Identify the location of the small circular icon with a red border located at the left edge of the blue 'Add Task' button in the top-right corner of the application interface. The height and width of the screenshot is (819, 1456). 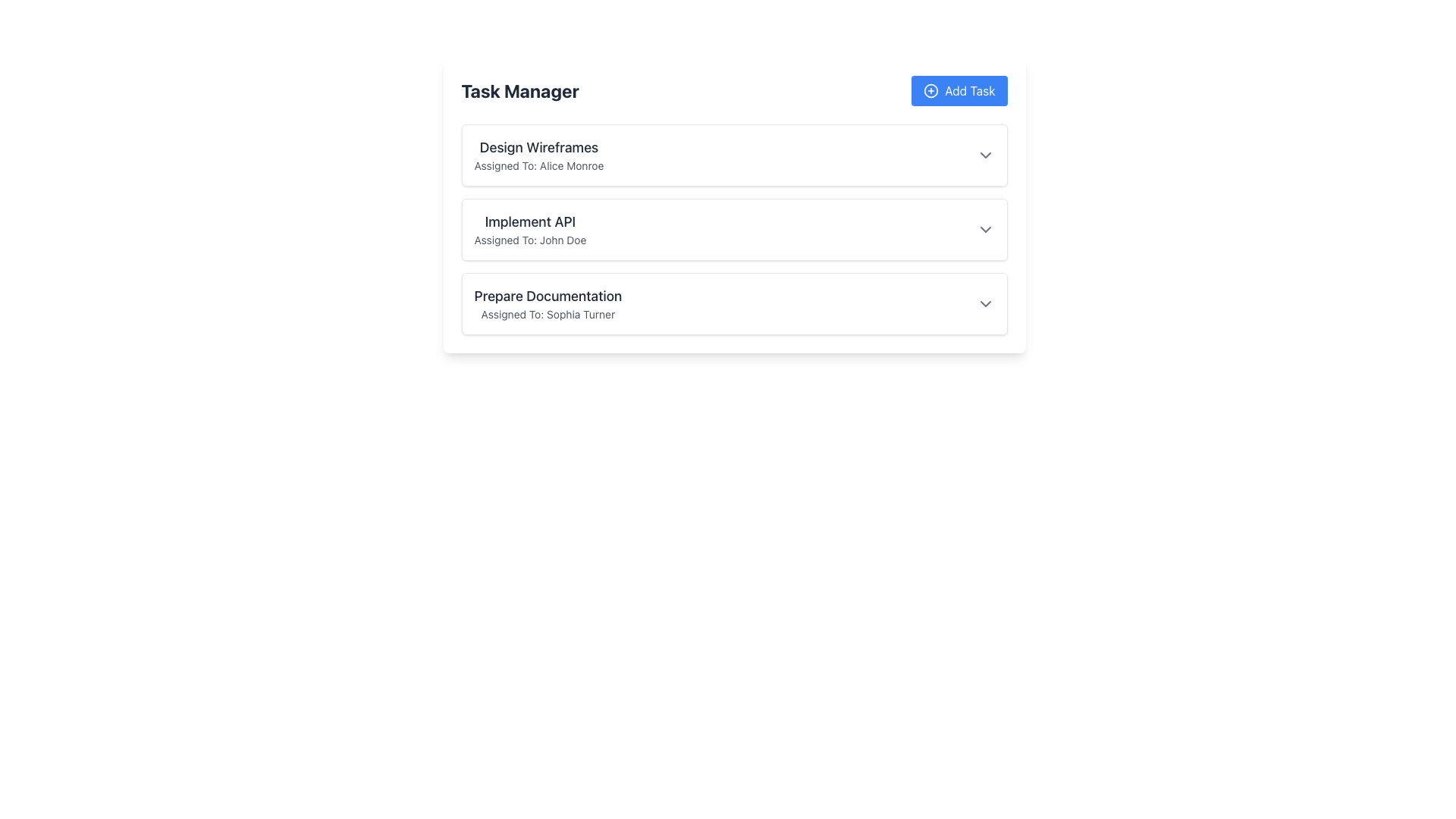
(930, 90).